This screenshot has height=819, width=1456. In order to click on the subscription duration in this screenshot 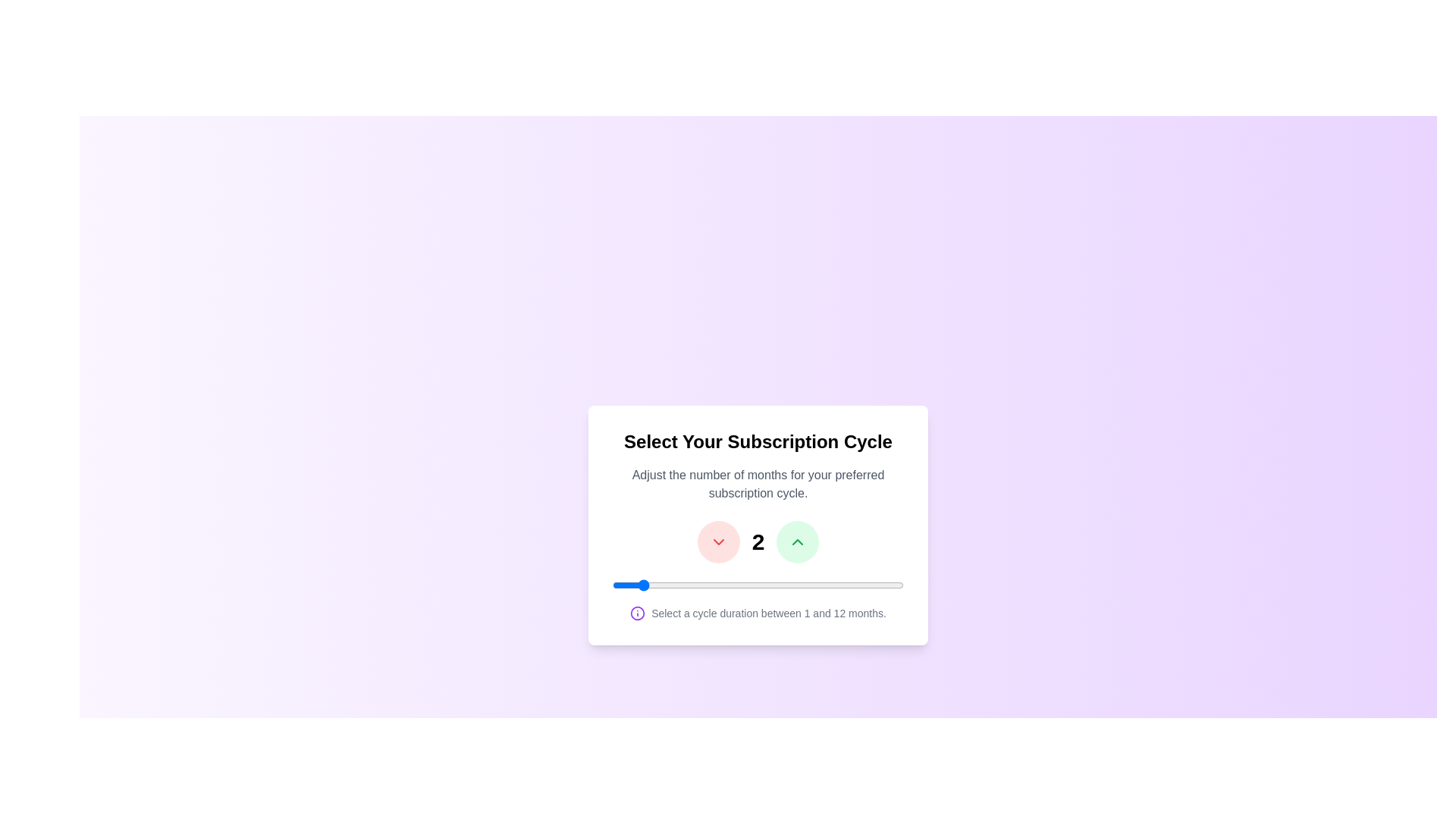, I will do `click(745, 584)`.